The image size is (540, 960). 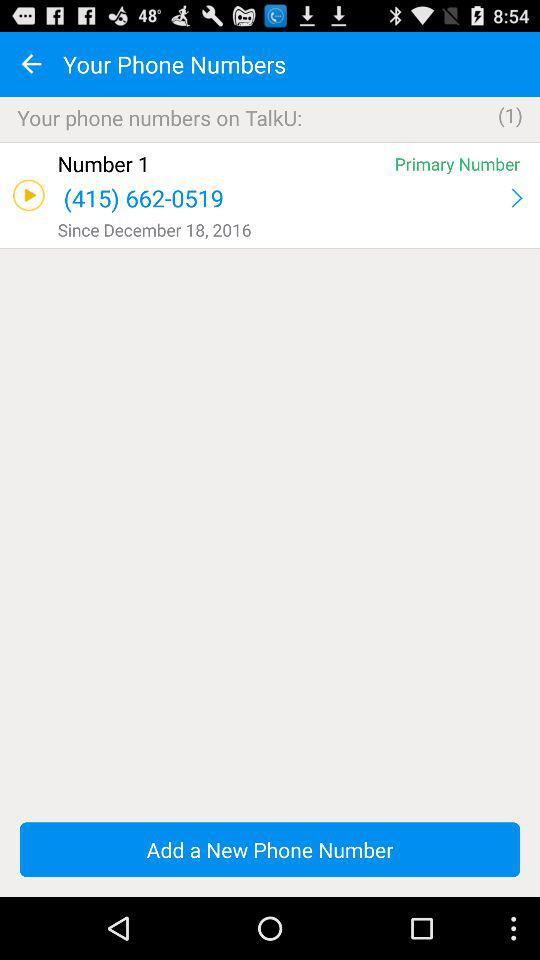 I want to click on primary number, so click(x=457, y=162).